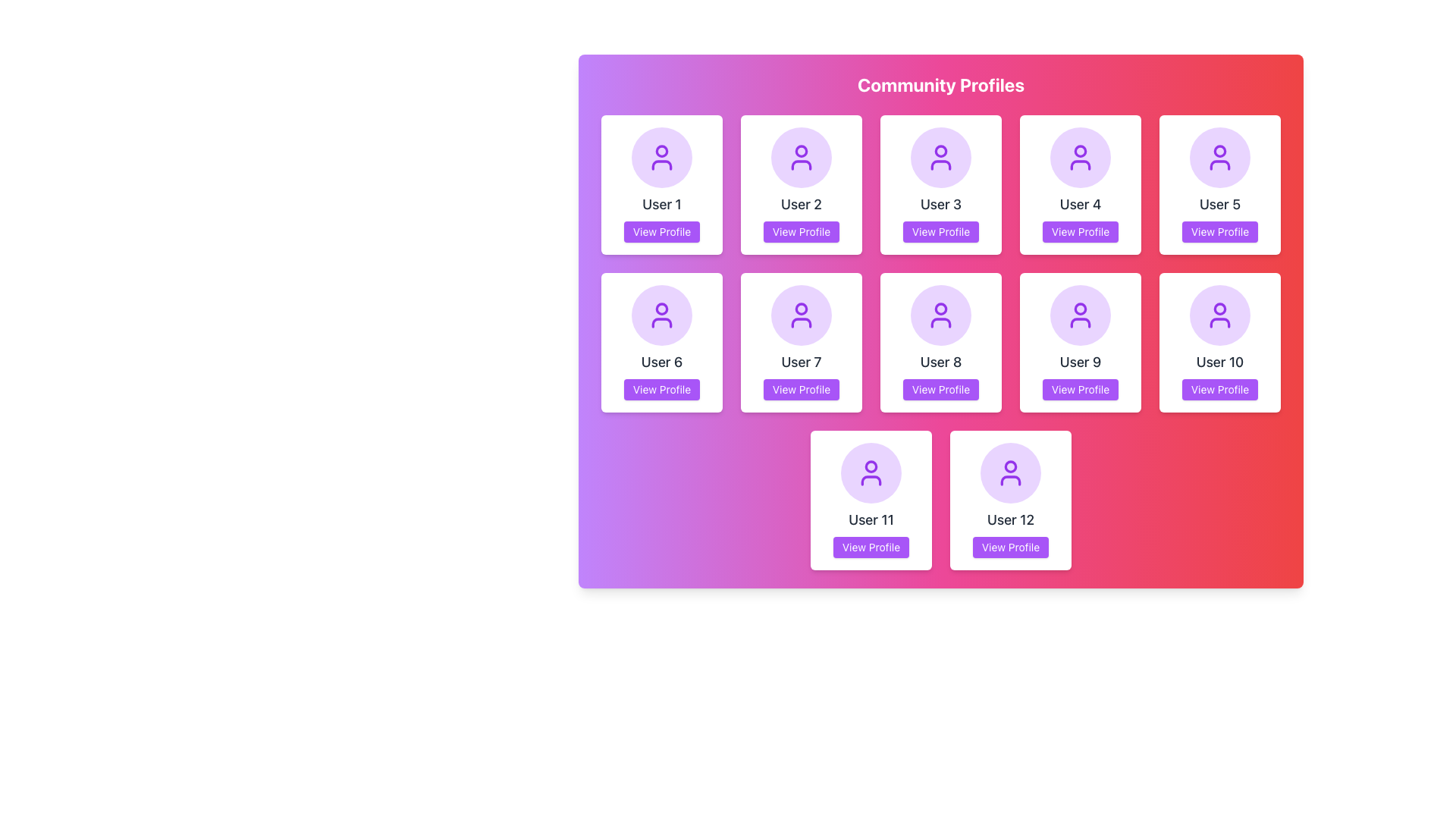 Image resolution: width=1456 pixels, height=819 pixels. Describe the element at coordinates (662, 388) in the screenshot. I see `the button located at the bottom of the card displaying user information for 'User 6'` at that location.